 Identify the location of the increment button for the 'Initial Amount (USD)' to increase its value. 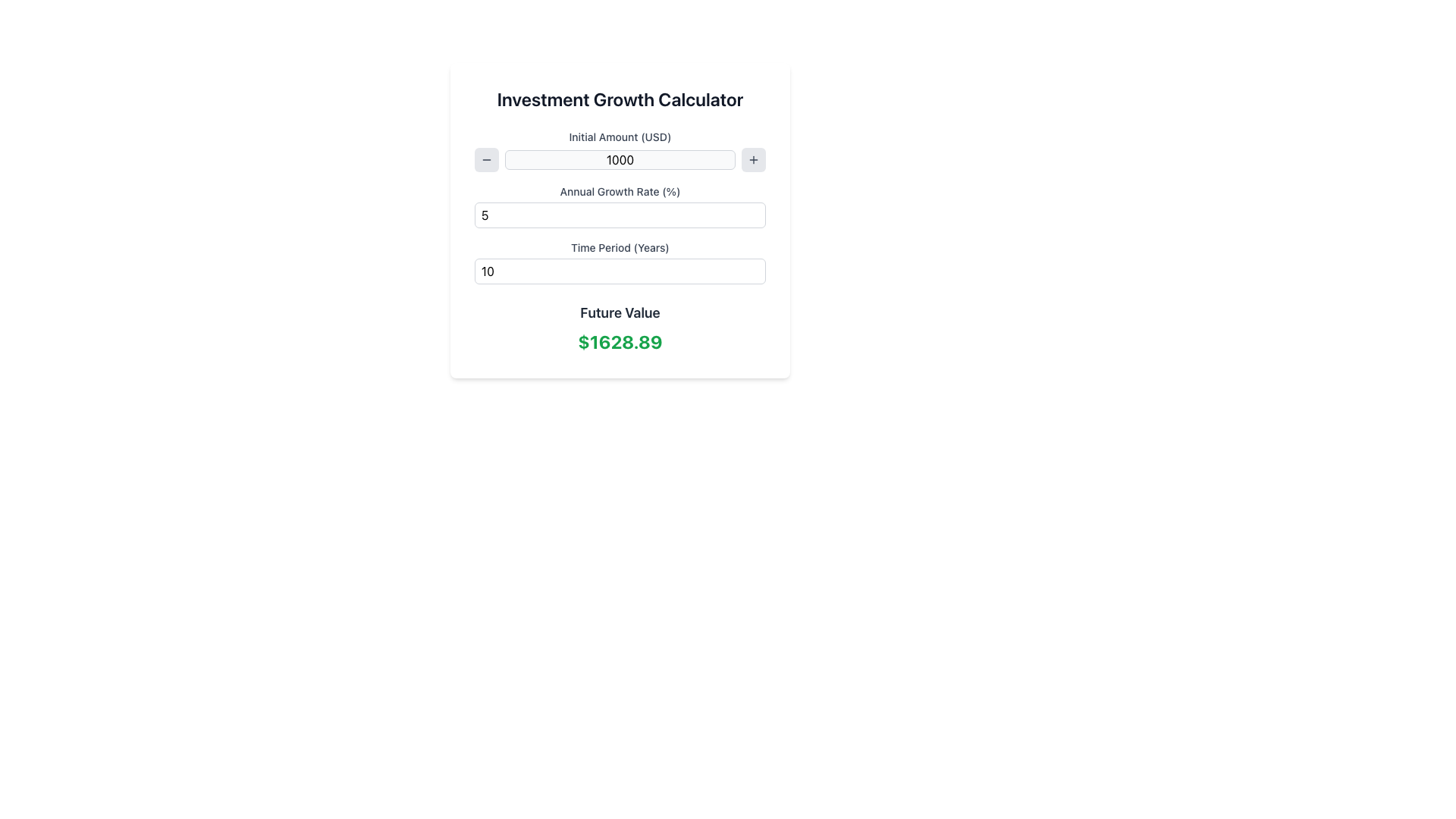
(753, 160).